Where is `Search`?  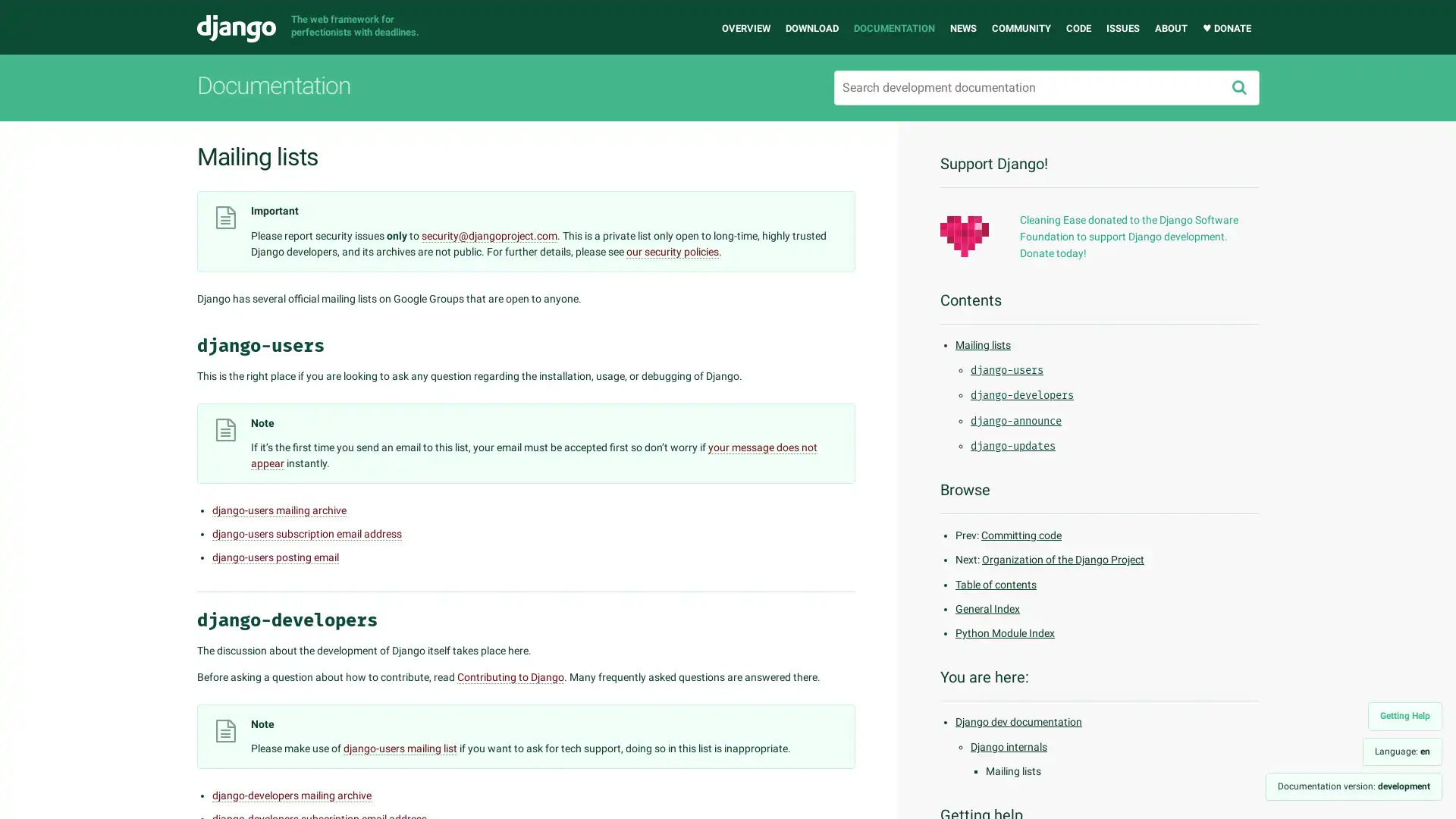
Search is located at coordinates (1238, 87).